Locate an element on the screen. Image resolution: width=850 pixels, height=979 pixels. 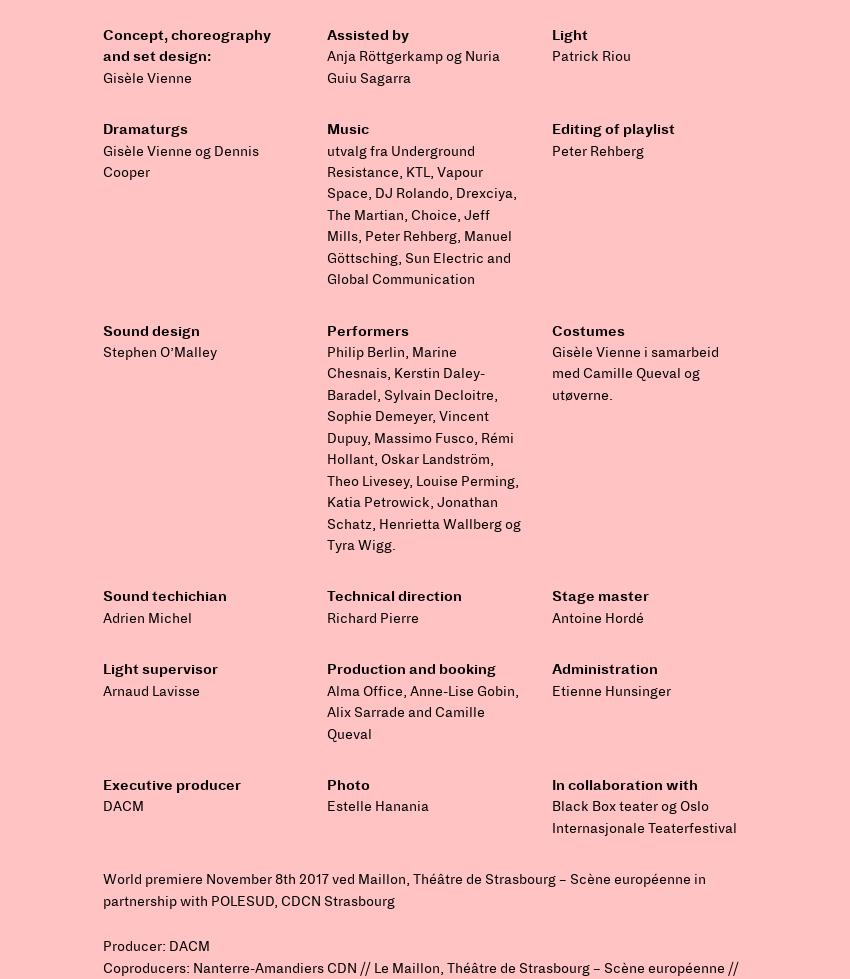
'In collaboration with' is located at coordinates (624, 784).